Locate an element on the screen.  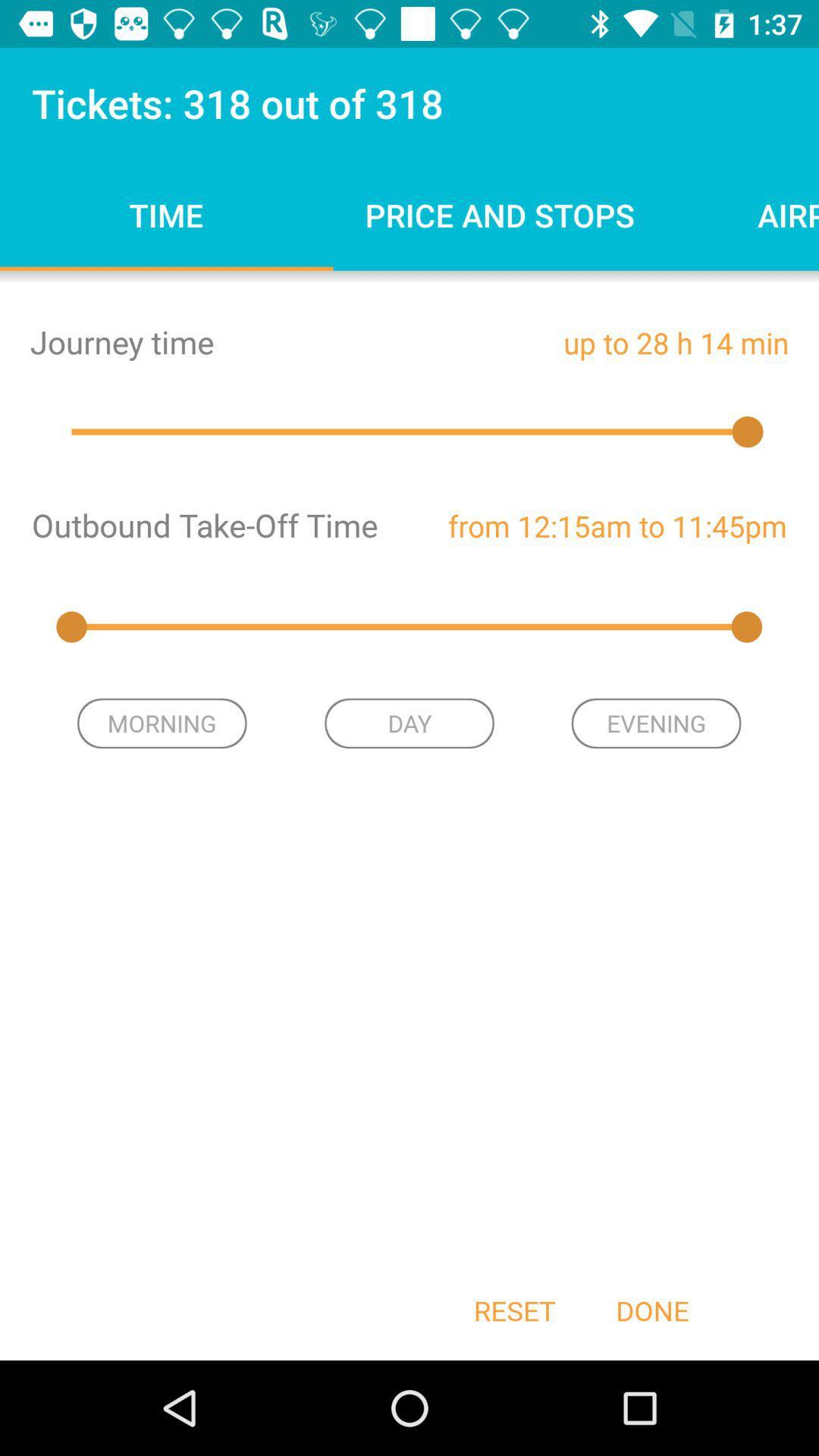
the item next to reset is located at coordinates (651, 1310).